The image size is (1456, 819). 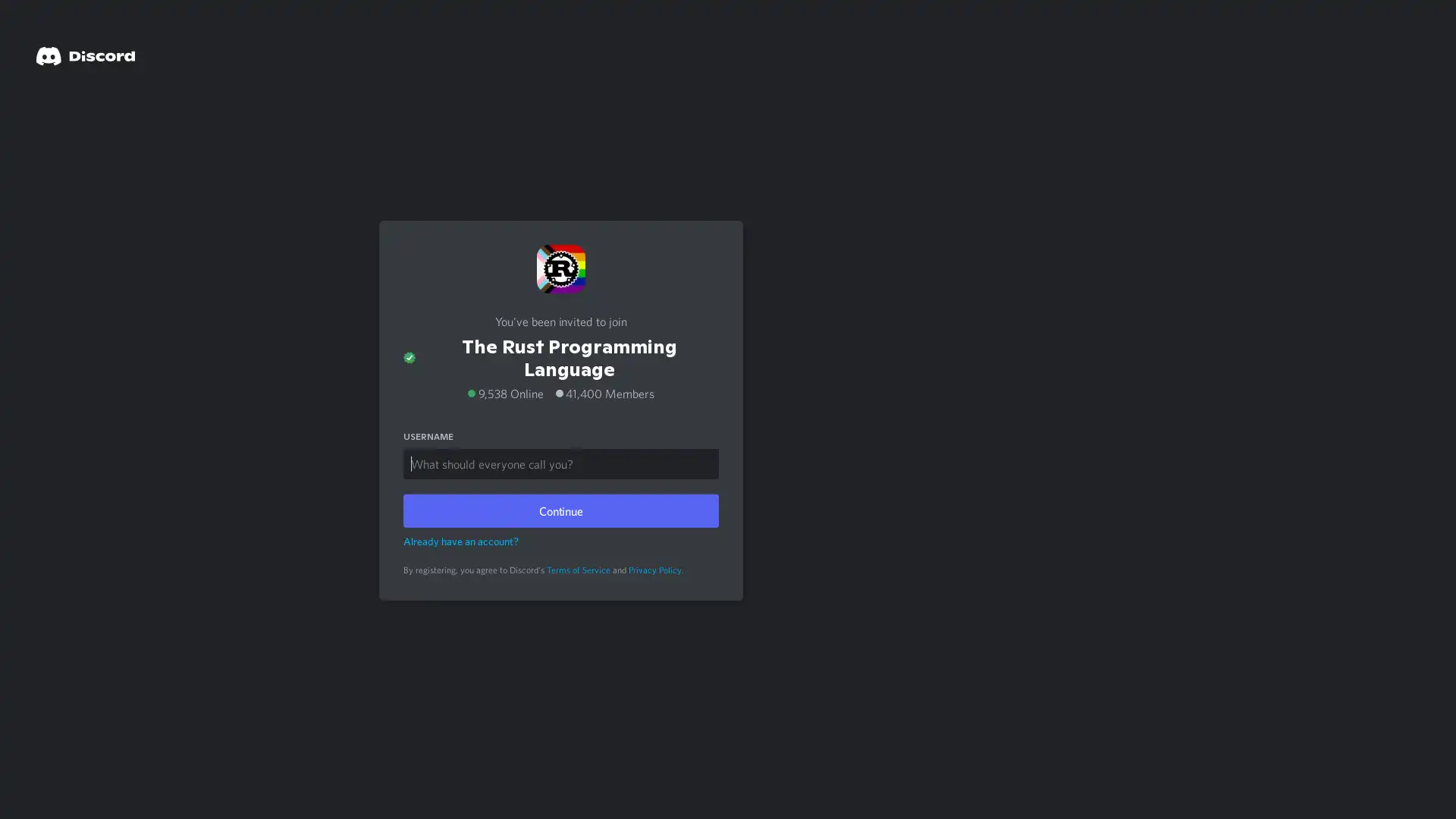 What do you see at coordinates (460, 539) in the screenshot?
I see `Already have an account?` at bounding box center [460, 539].